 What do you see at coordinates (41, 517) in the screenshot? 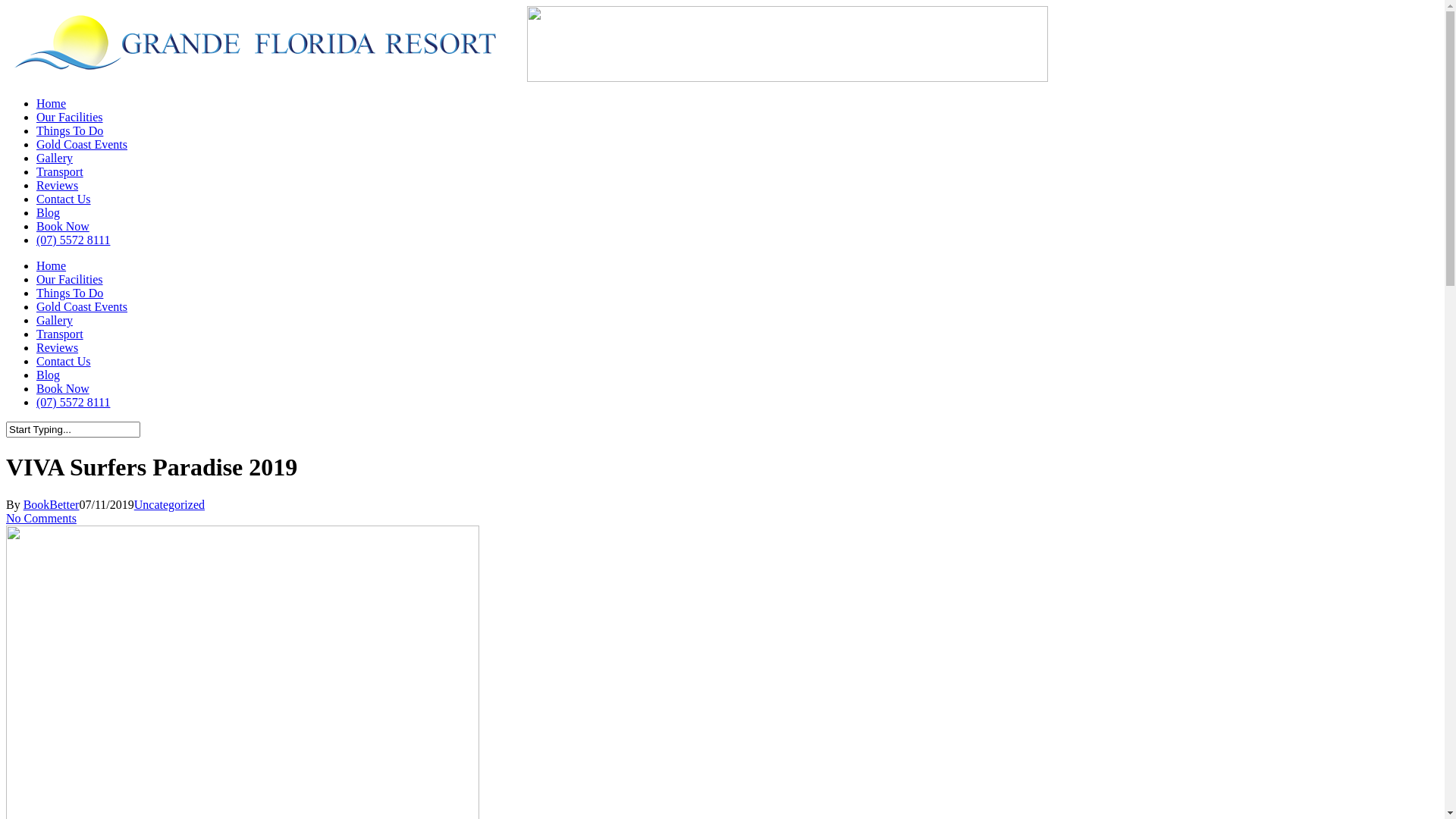
I see `'No Comments'` at bounding box center [41, 517].